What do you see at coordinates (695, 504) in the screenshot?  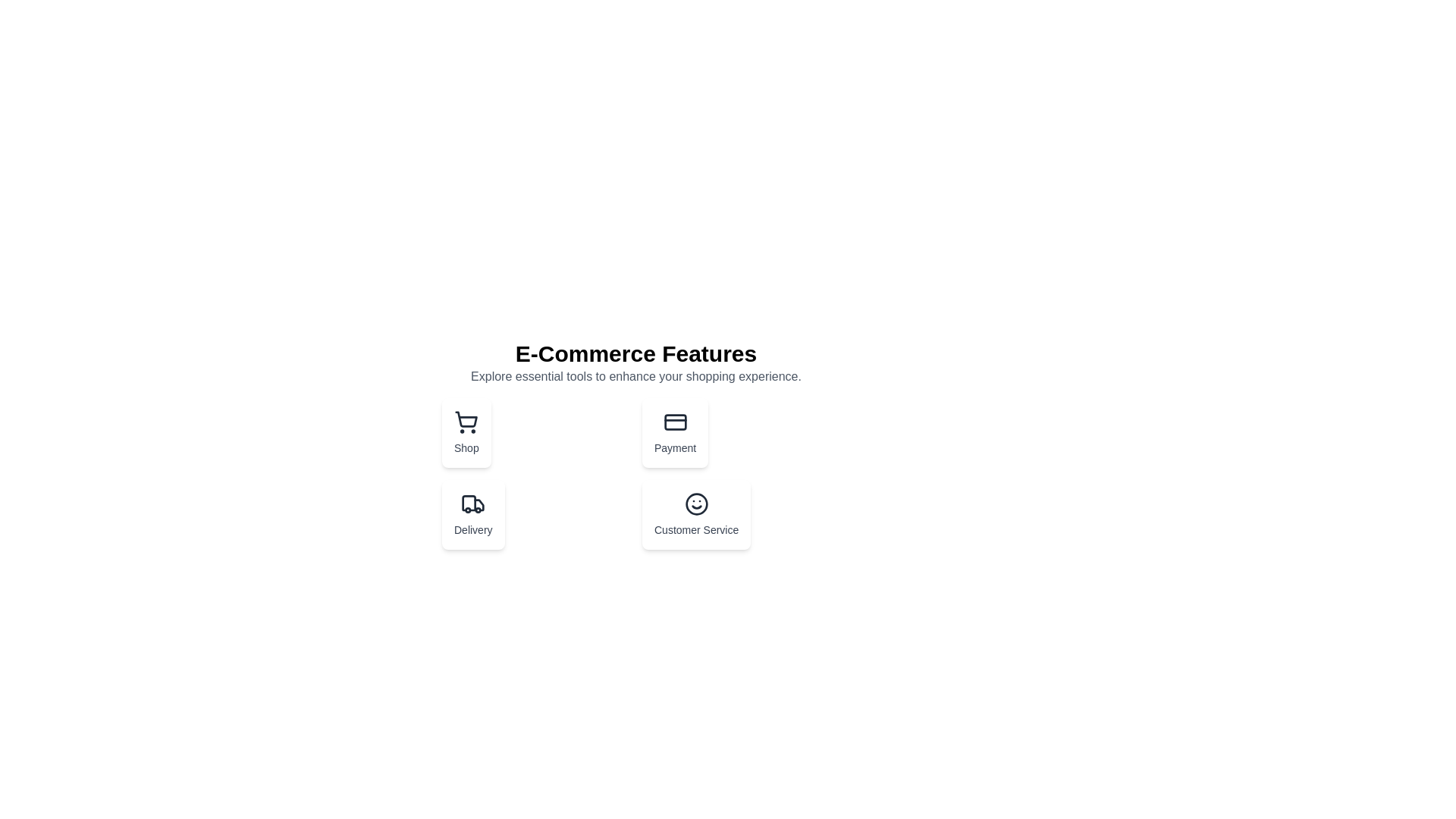 I see `the circular outline of the smiley face icon representing 'Customer Service' located at the lower right section of the grid below the header 'E-Commerce Features'` at bounding box center [695, 504].